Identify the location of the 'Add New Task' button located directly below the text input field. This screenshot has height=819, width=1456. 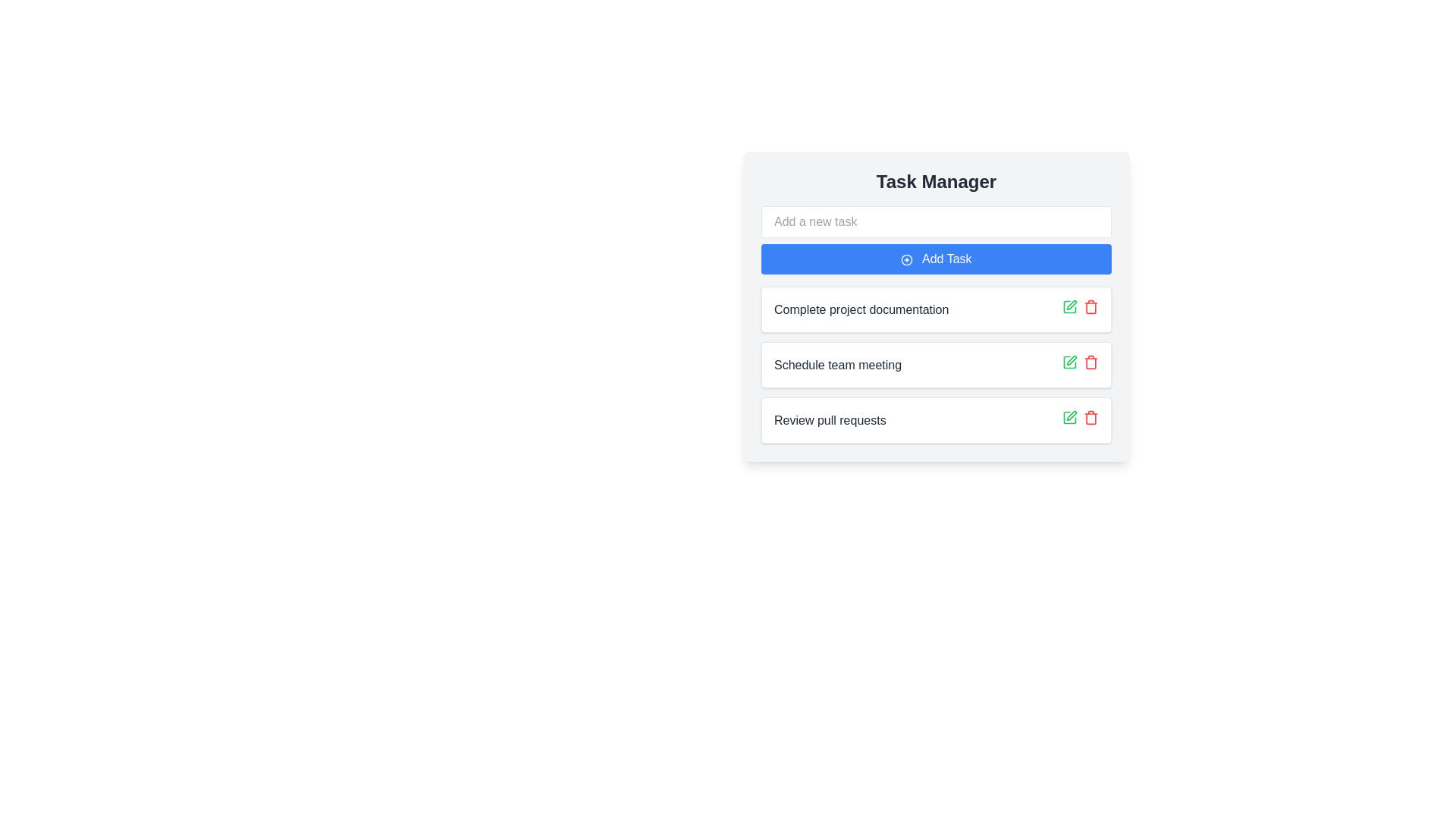
(935, 259).